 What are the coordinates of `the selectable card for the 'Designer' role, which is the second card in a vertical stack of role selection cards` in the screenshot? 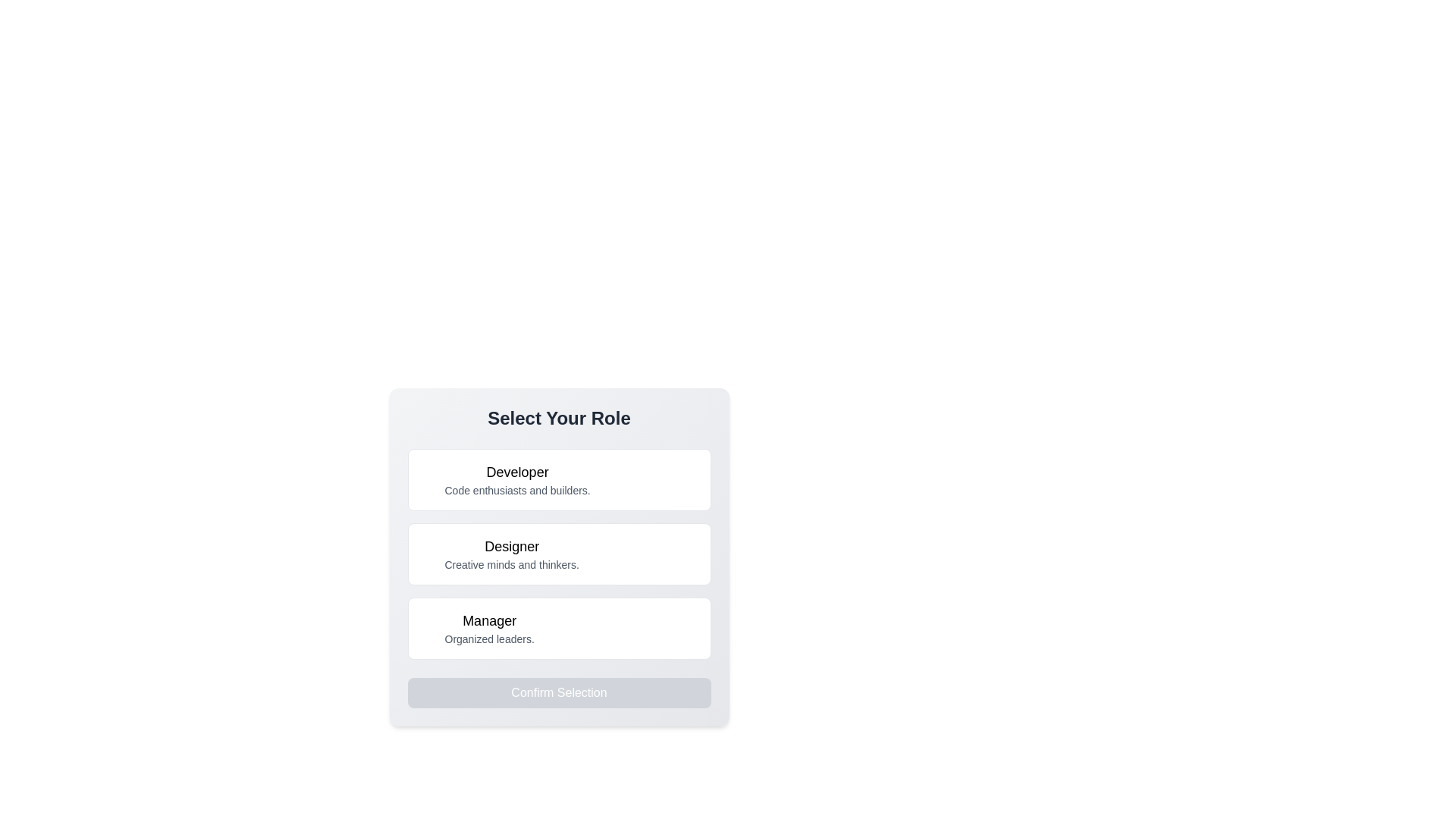 It's located at (558, 554).